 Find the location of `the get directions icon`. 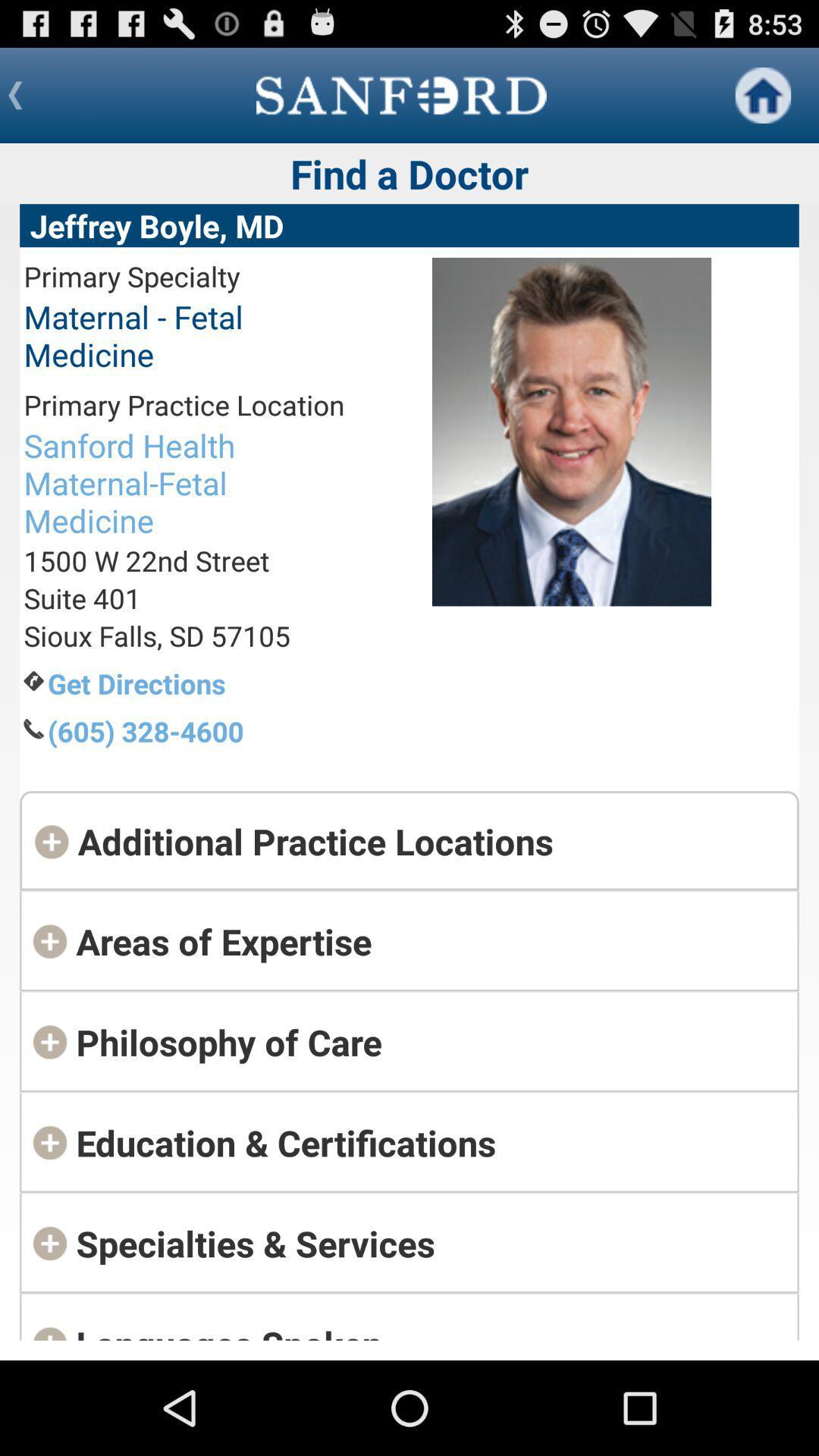

the get directions icon is located at coordinates (195, 682).